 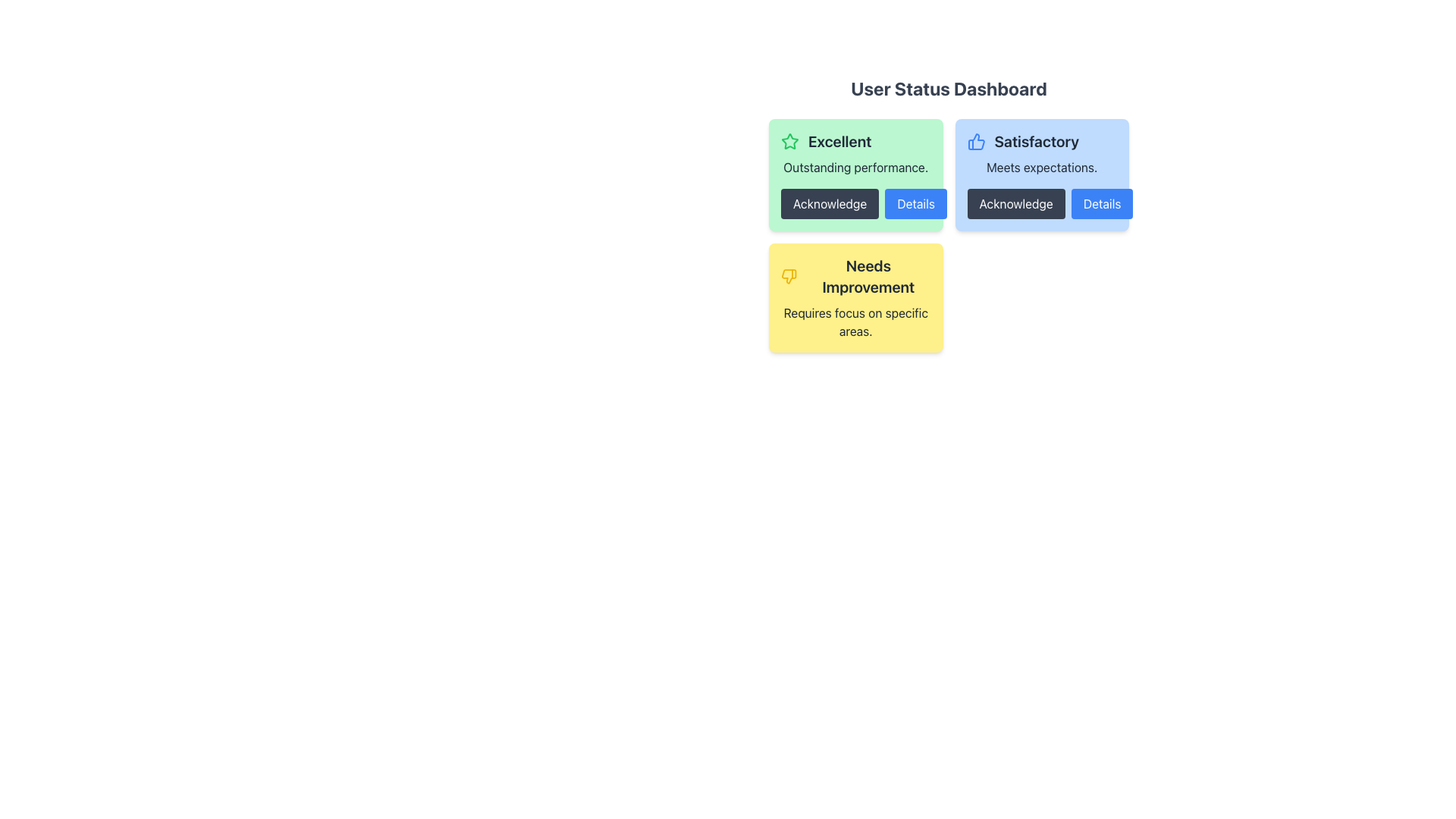 I want to click on the blue 'Details' button with rounded corners located to the right of the gray 'Acknowledge' button in the 'Satisfactory' status card, so click(x=1102, y=203).